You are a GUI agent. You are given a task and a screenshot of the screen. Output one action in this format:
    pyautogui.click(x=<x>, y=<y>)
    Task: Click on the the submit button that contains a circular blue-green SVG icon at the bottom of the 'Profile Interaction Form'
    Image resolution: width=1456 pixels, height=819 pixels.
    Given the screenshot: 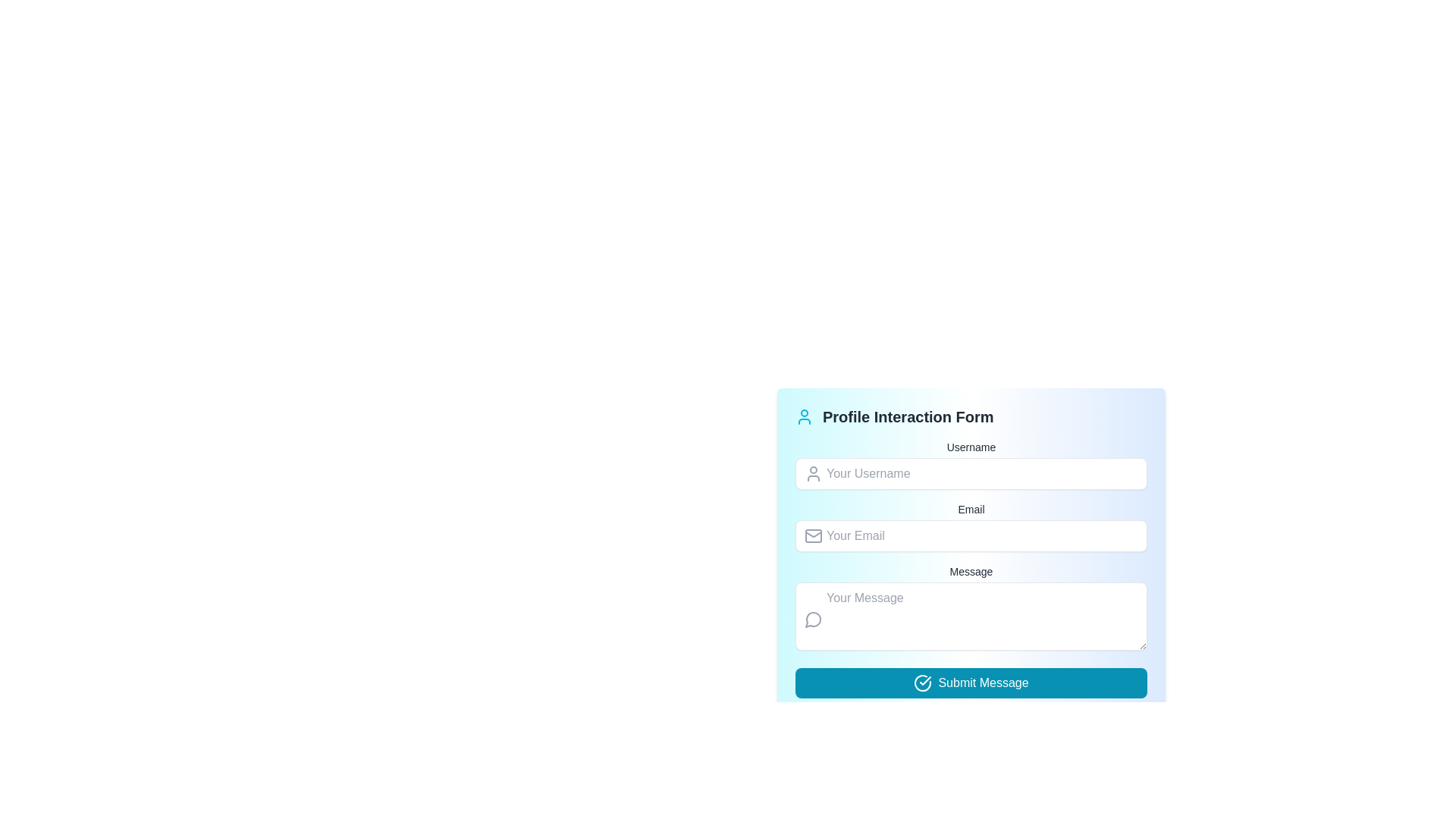 What is the action you would take?
    pyautogui.click(x=922, y=683)
    